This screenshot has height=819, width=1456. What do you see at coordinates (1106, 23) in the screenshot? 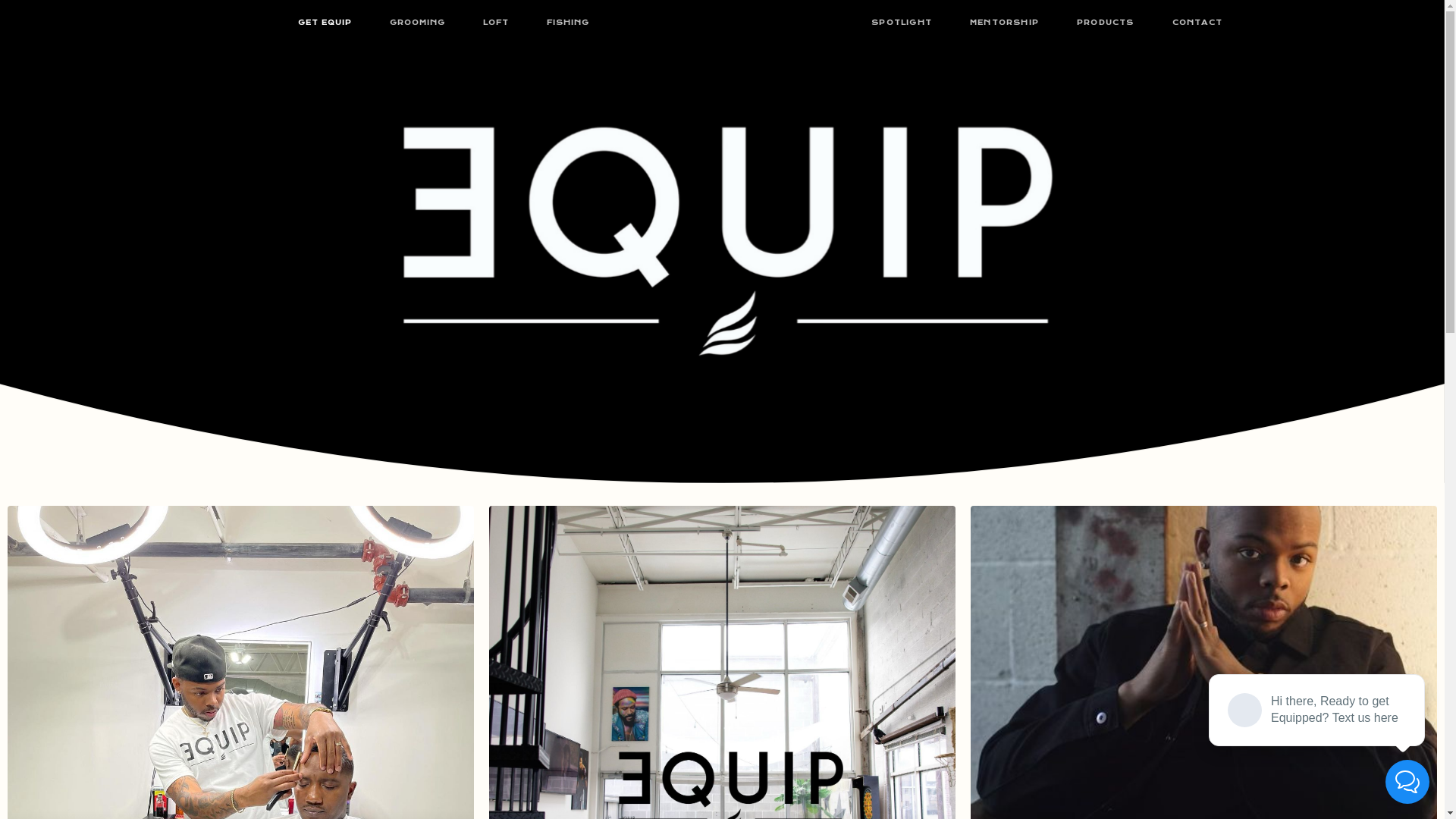
I see `'PRODUCTS'` at bounding box center [1106, 23].